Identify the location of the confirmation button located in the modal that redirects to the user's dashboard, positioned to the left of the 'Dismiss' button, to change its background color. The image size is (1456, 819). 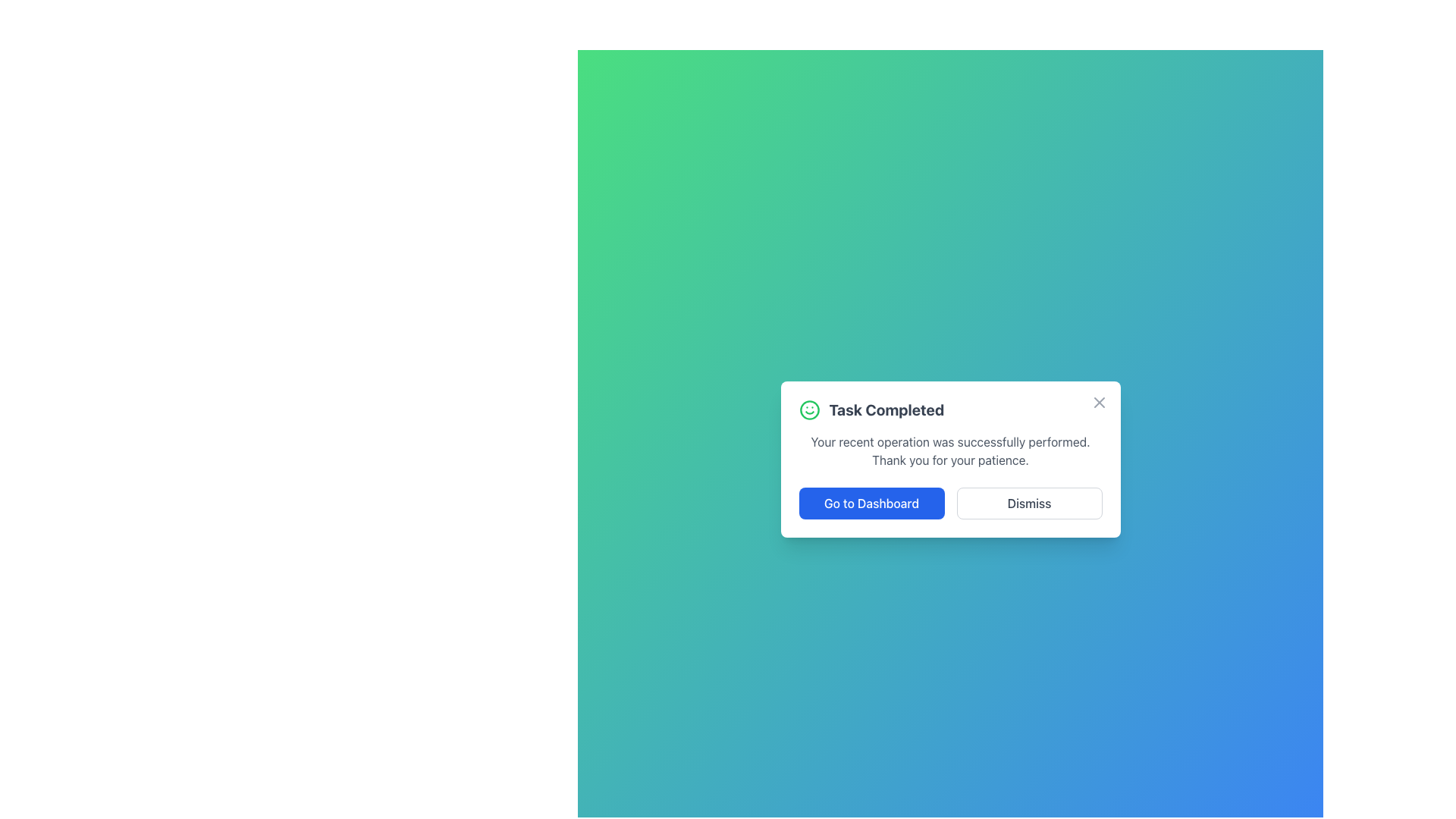
(871, 503).